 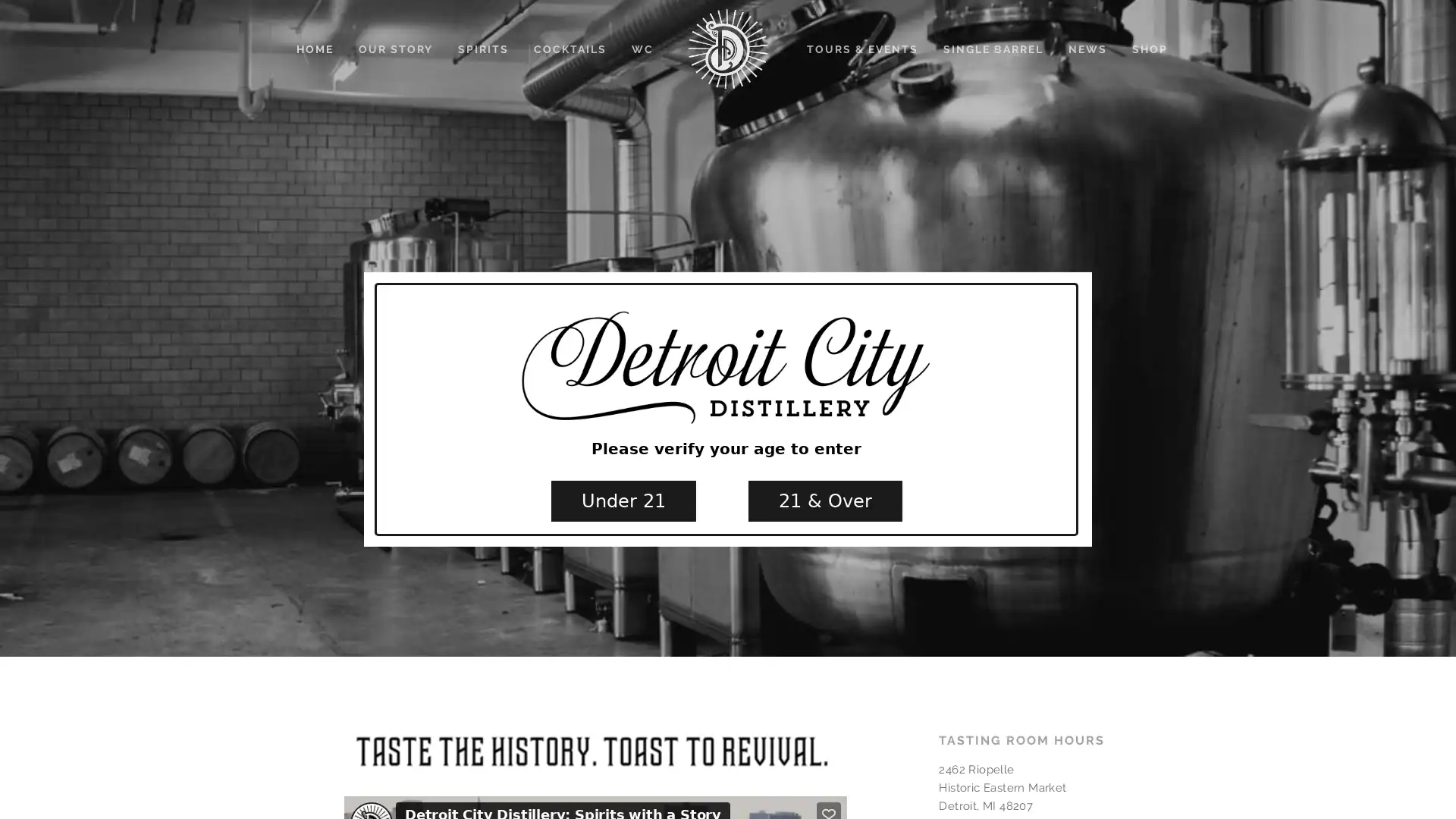 What do you see at coordinates (824, 500) in the screenshot?
I see `21 & Over` at bounding box center [824, 500].